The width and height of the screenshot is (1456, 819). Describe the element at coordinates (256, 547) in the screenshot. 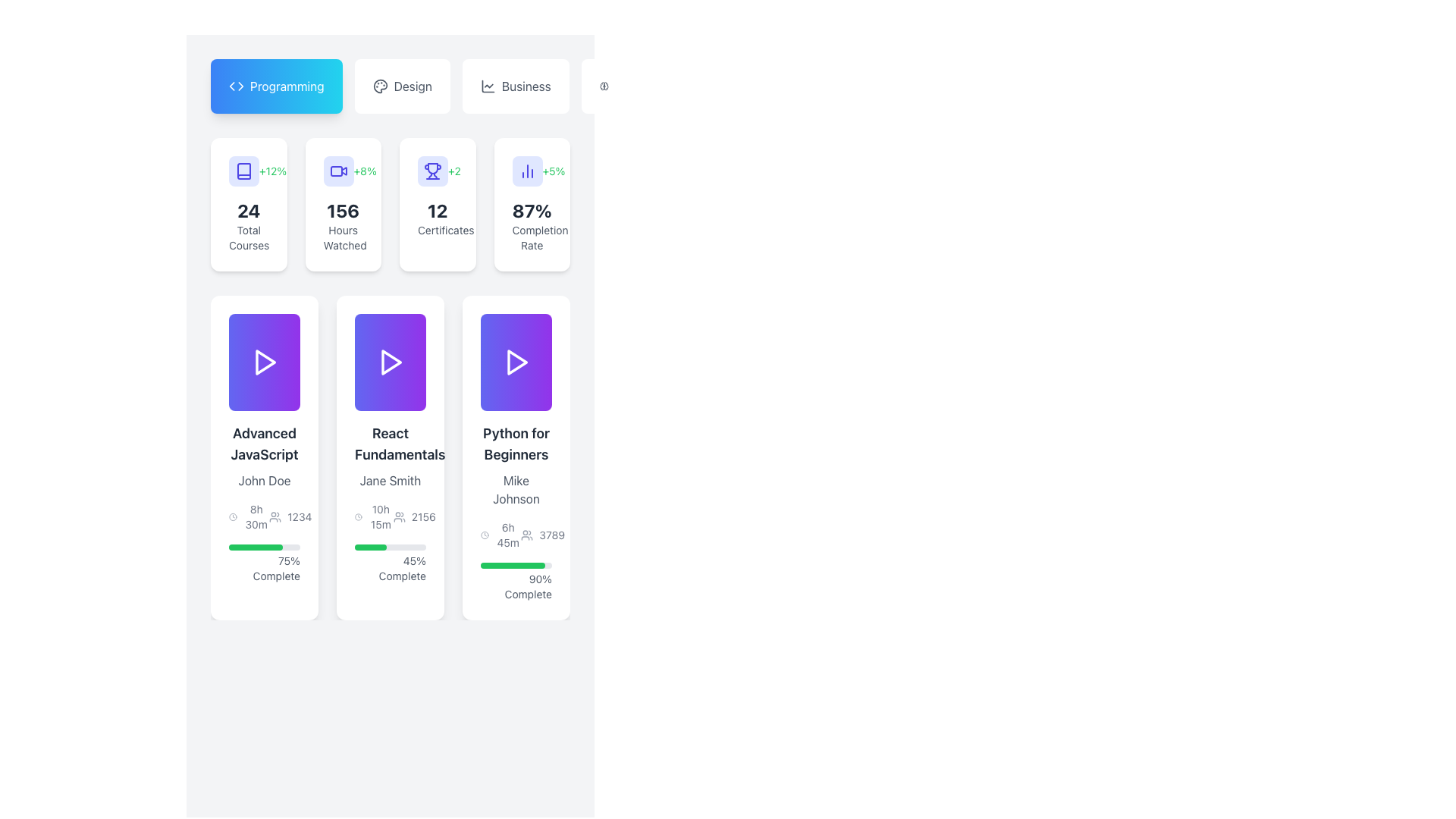

I see `the green progress bar indicating 75% completion in the 'Programming' section of the interface` at that location.